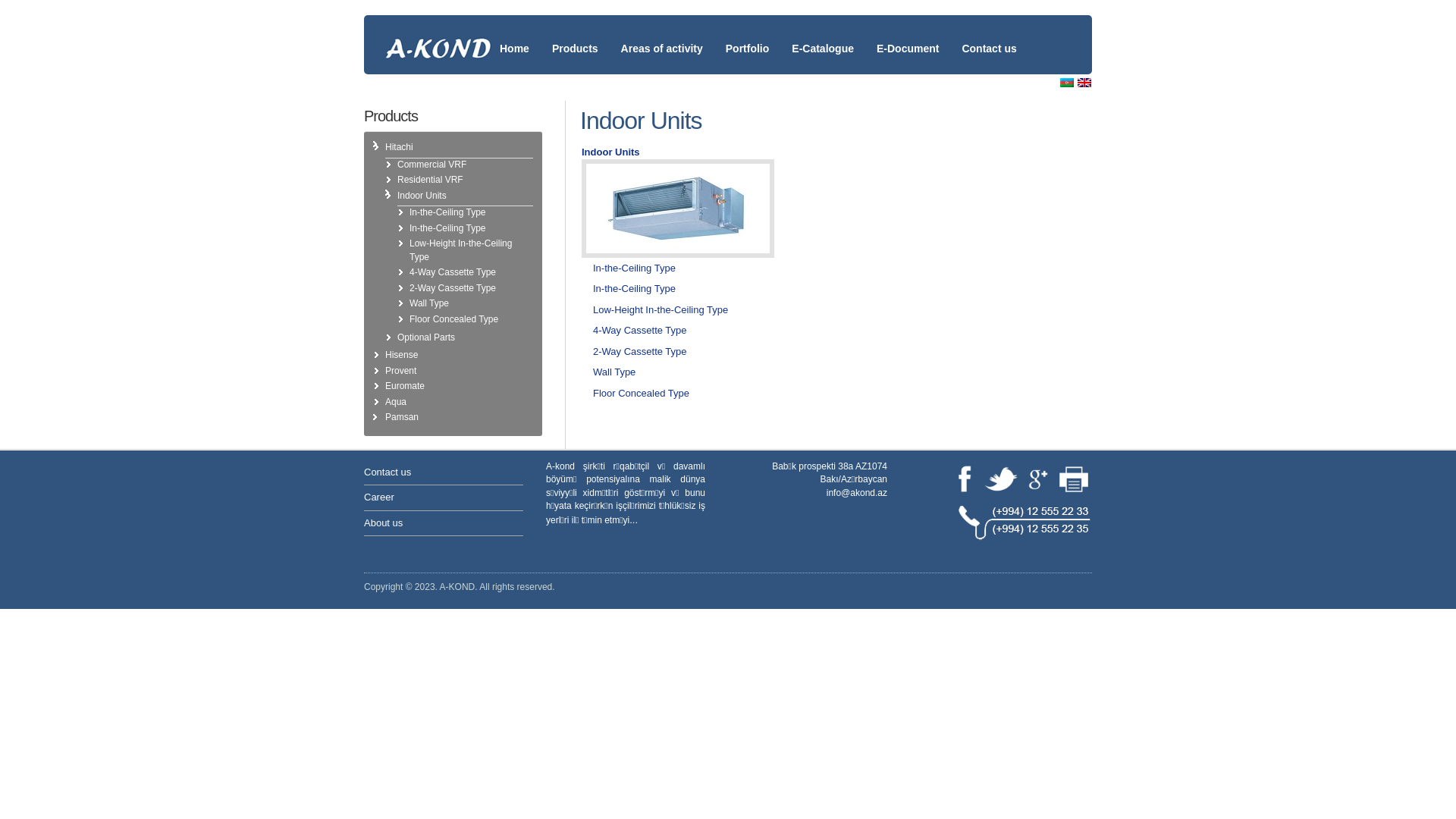 The height and width of the screenshot is (819, 1456). Describe the element at coordinates (610, 152) in the screenshot. I see `'Indoor Units'` at that location.